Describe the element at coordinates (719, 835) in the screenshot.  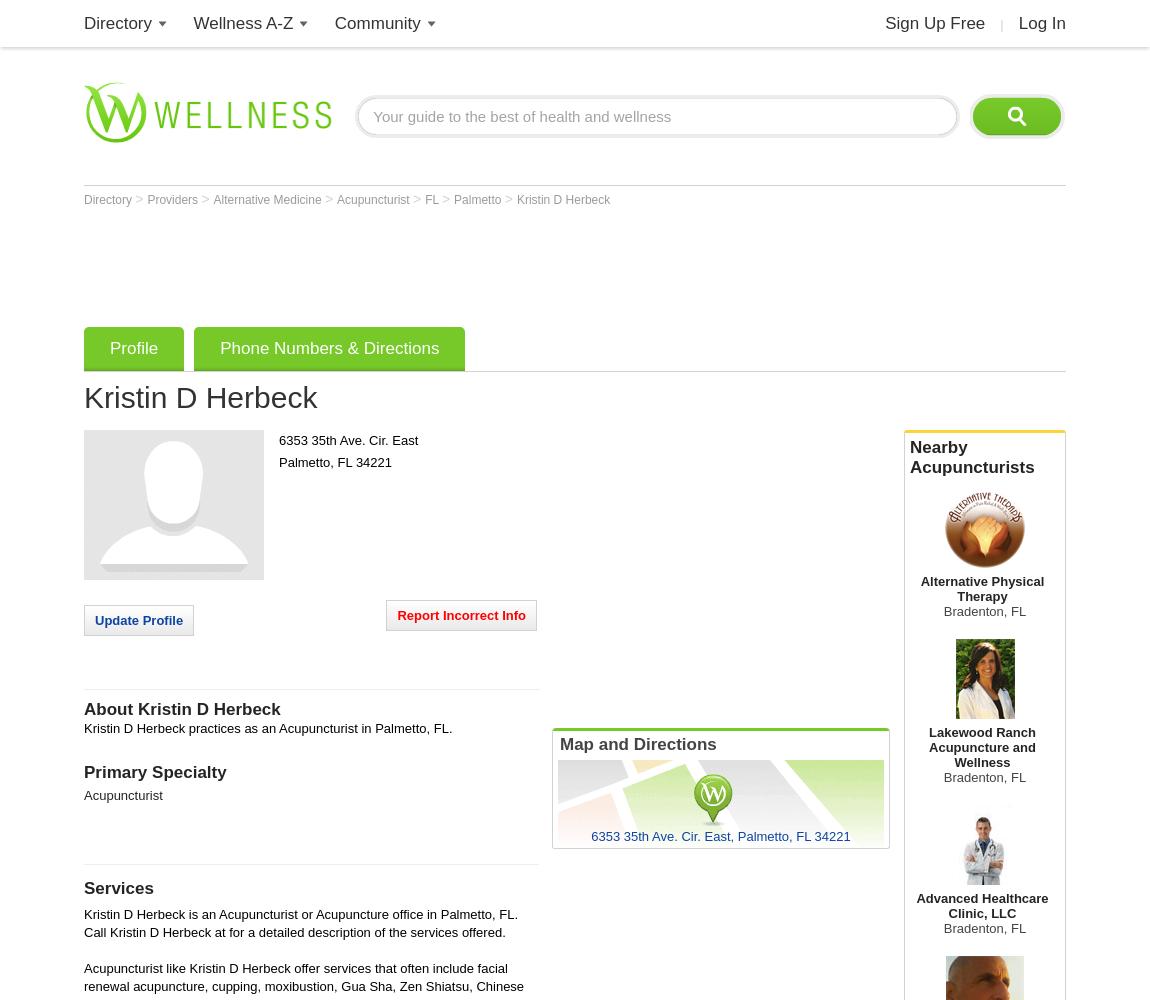
I see `'6353 35th Ave. Cir. East, Palmetto, FL  34221'` at that location.